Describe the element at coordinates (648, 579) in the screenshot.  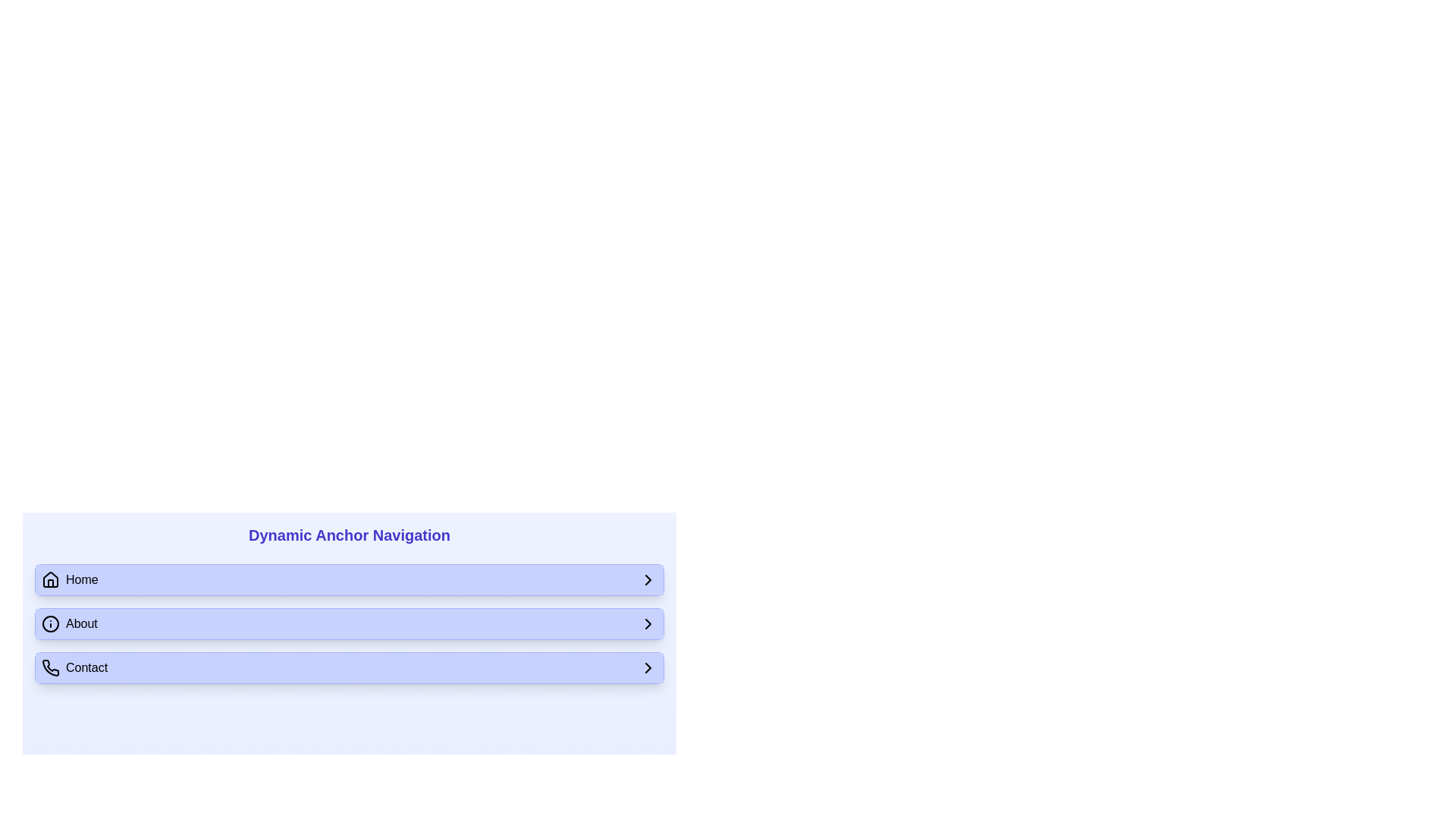
I see `the icon on the right edge of the 'Home' button in the vertical menu` at that location.